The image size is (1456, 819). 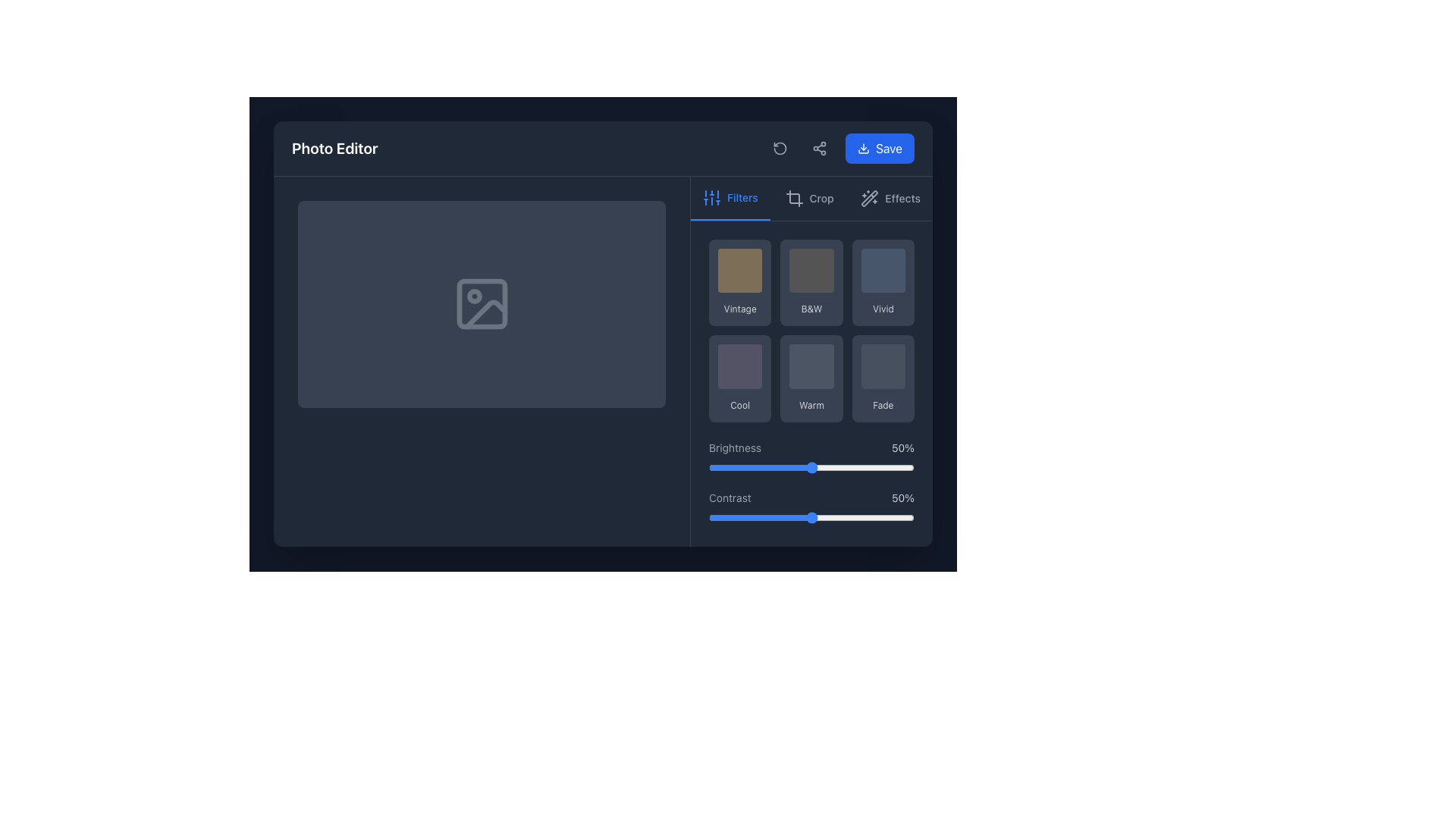 I want to click on the 'Crop' button, which is the second button in a series of three, so click(x=808, y=198).